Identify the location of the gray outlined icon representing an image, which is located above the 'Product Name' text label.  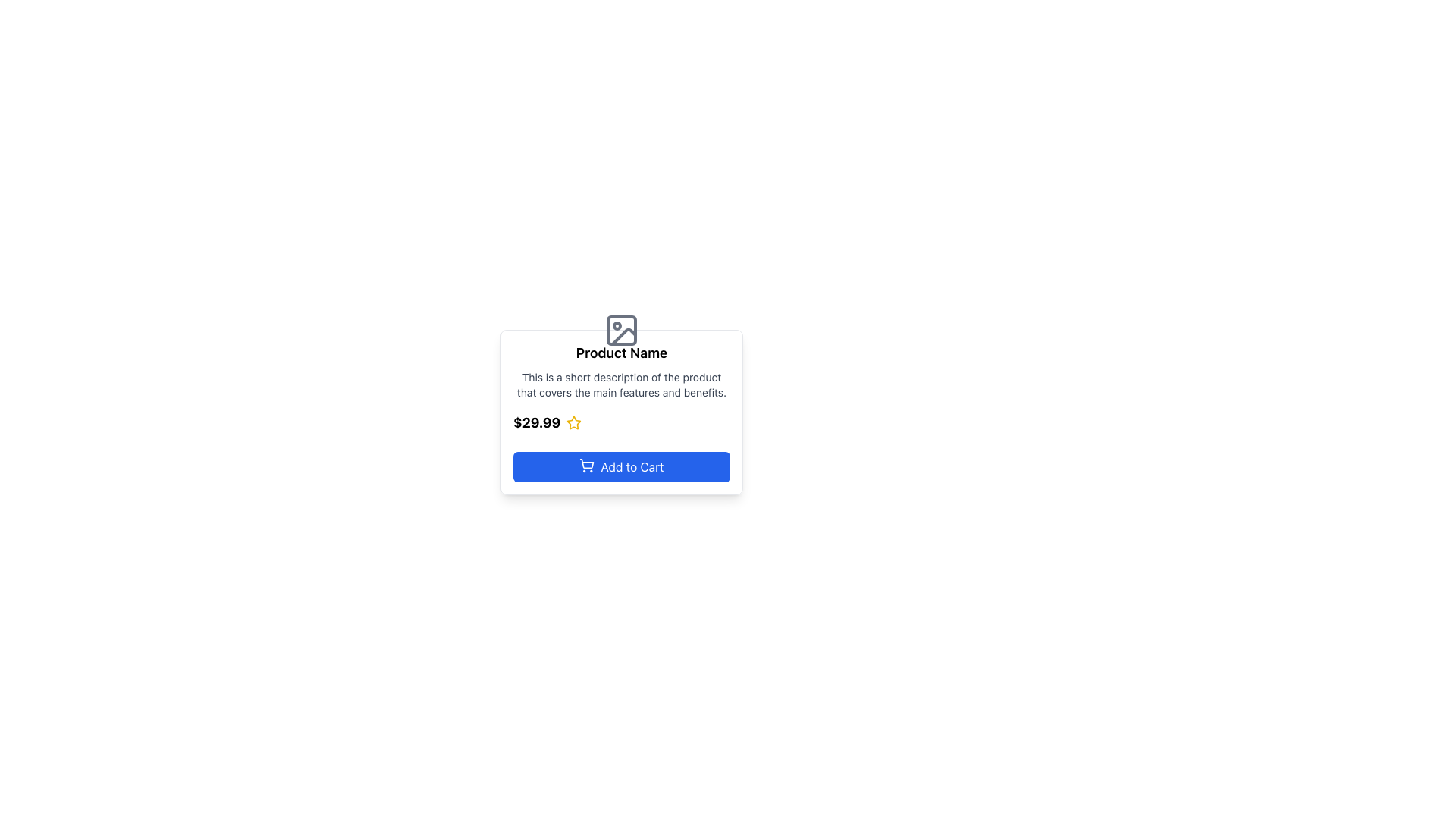
(622, 329).